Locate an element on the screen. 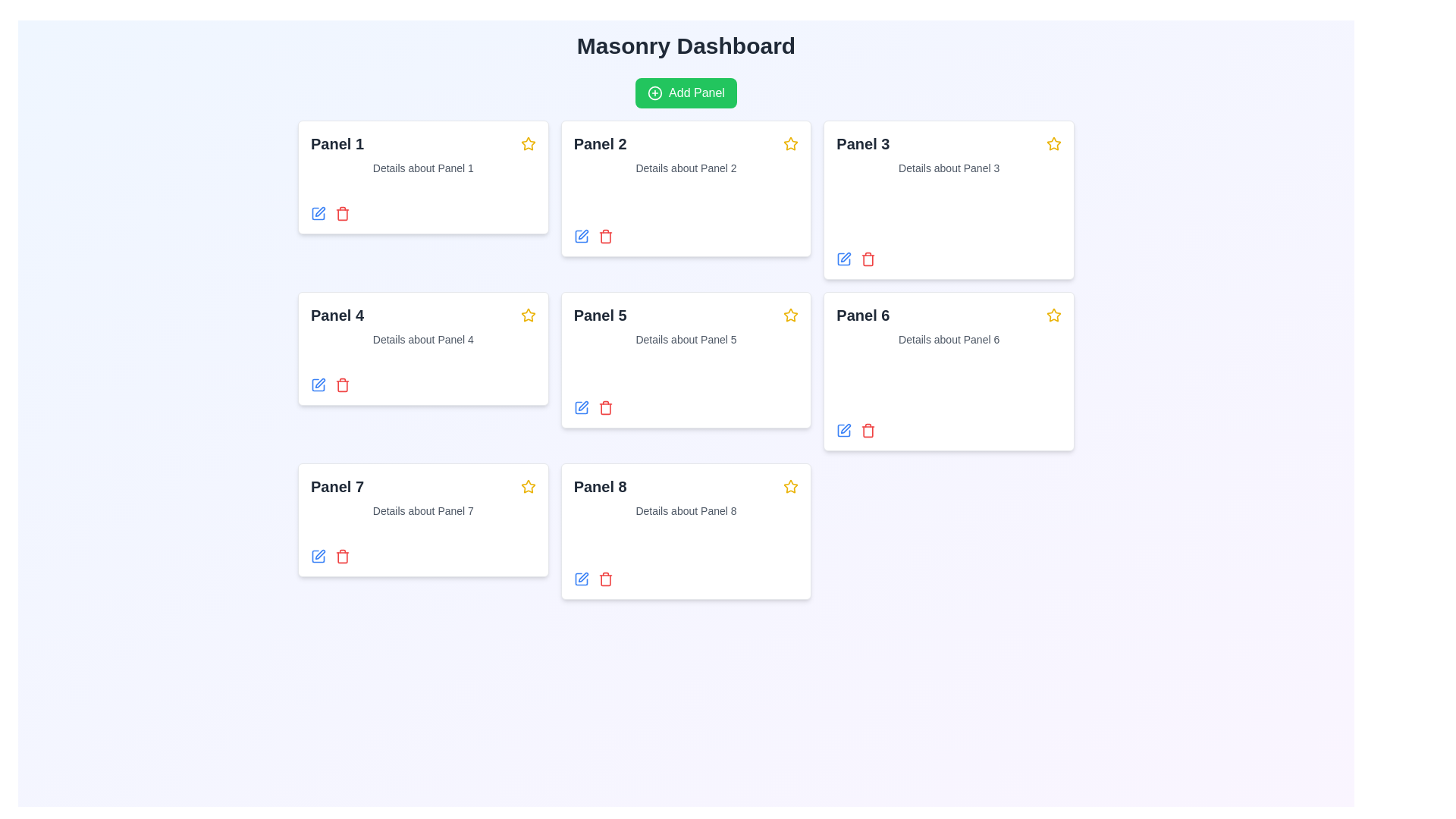 This screenshot has height=819, width=1456. the yellow star icon located at the top-right corner of the 'Panel 1' card is located at coordinates (528, 143).